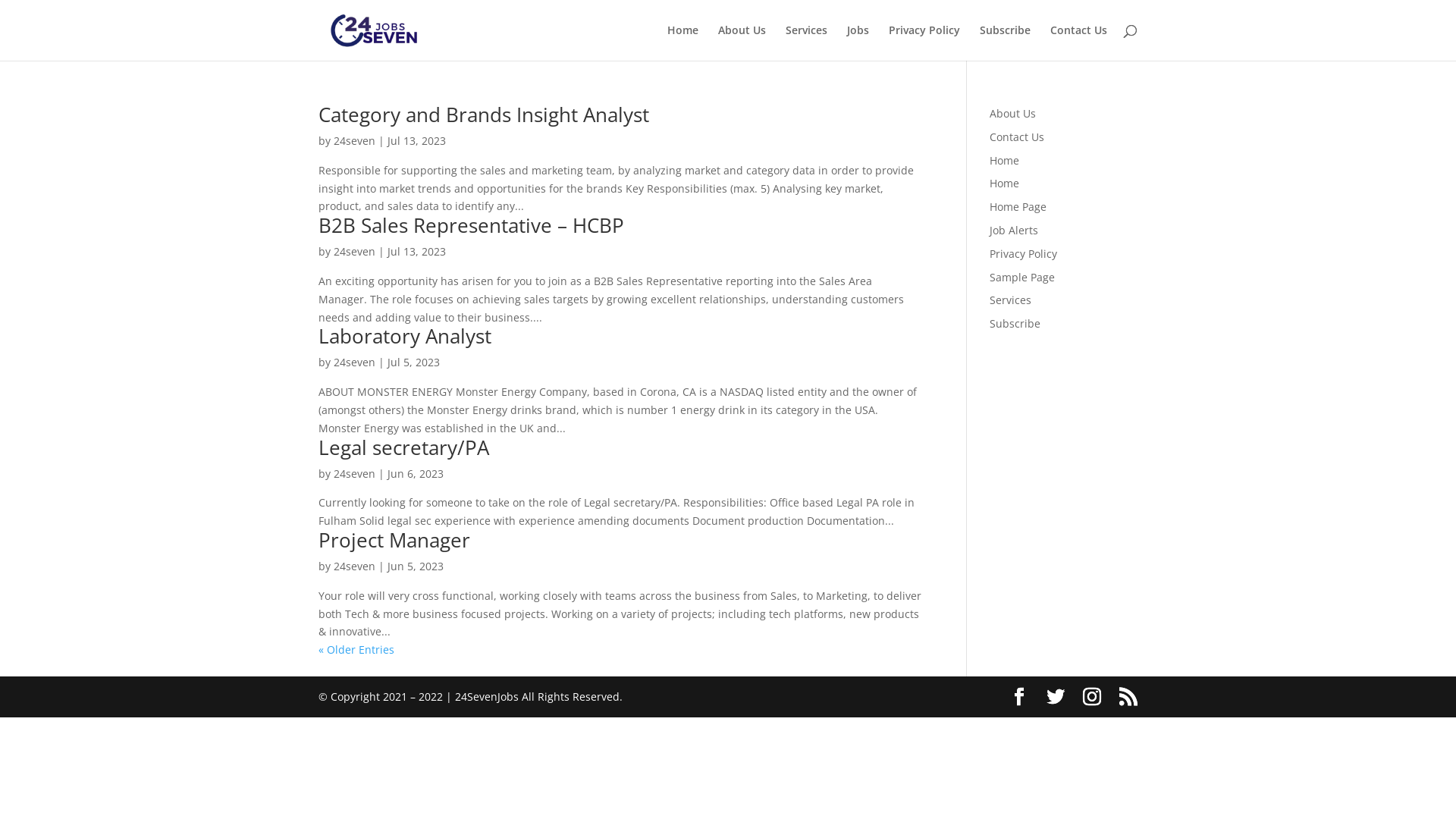 Image resolution: width=1456 pixels, height=819 pixels. Describe the element at coordinates (318, 447) in the screenshot. I see `'Legal secretary/PA'` at that location.